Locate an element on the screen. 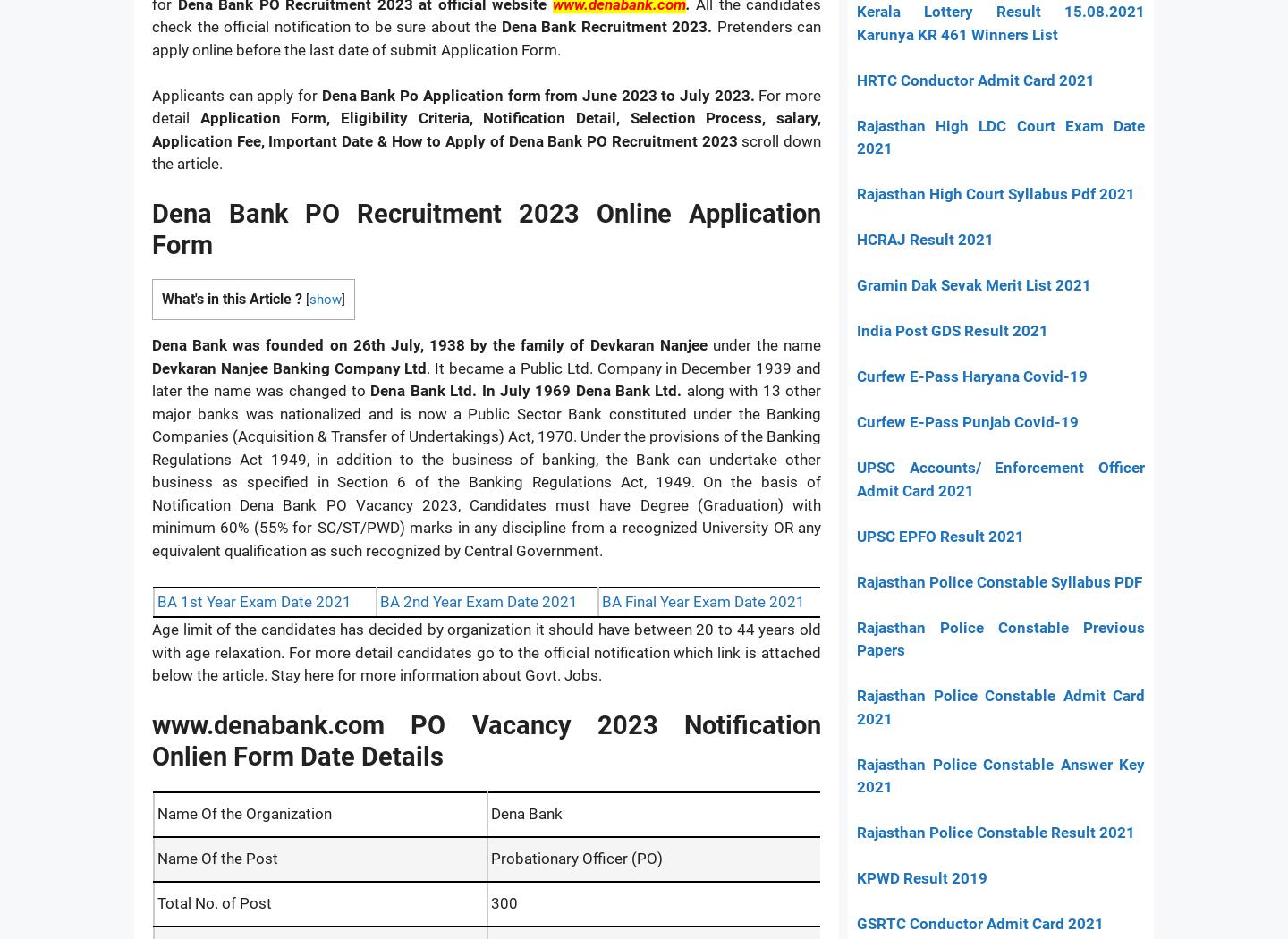  'Name Of the Post' is located at coordinates (216, 856).